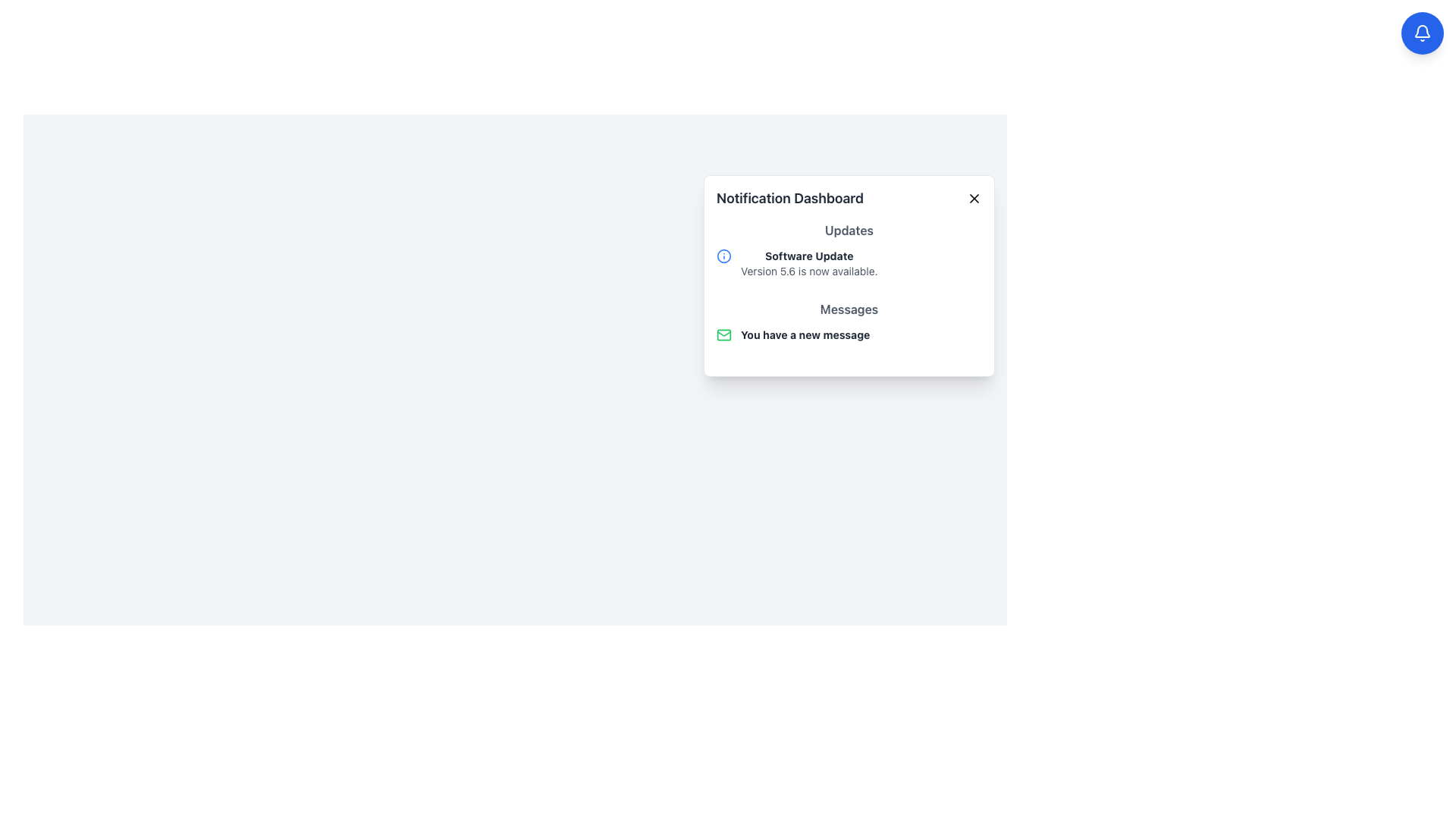 This screenshot has height=819, width=1456. What do you see at coordinates (723, 334) in the screenshot?
I see `the green envelope icon located adjacent to the text 'You have a new message' in the notification popup` at bounding box center [723, 334].